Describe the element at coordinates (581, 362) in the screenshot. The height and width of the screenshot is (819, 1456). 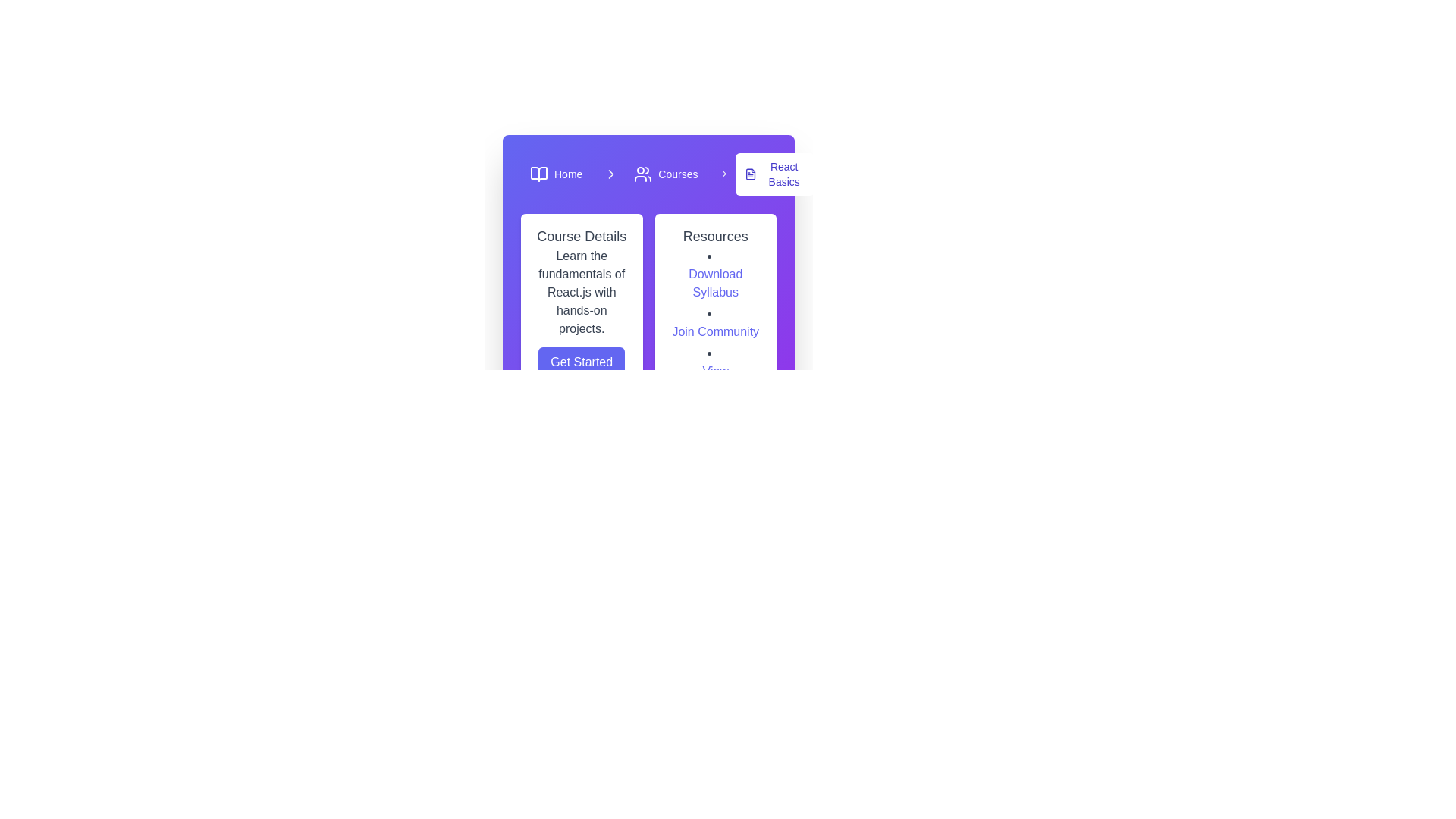
I see `the call-to-action button located at the bottom of the 'Course Details' card` at that location.